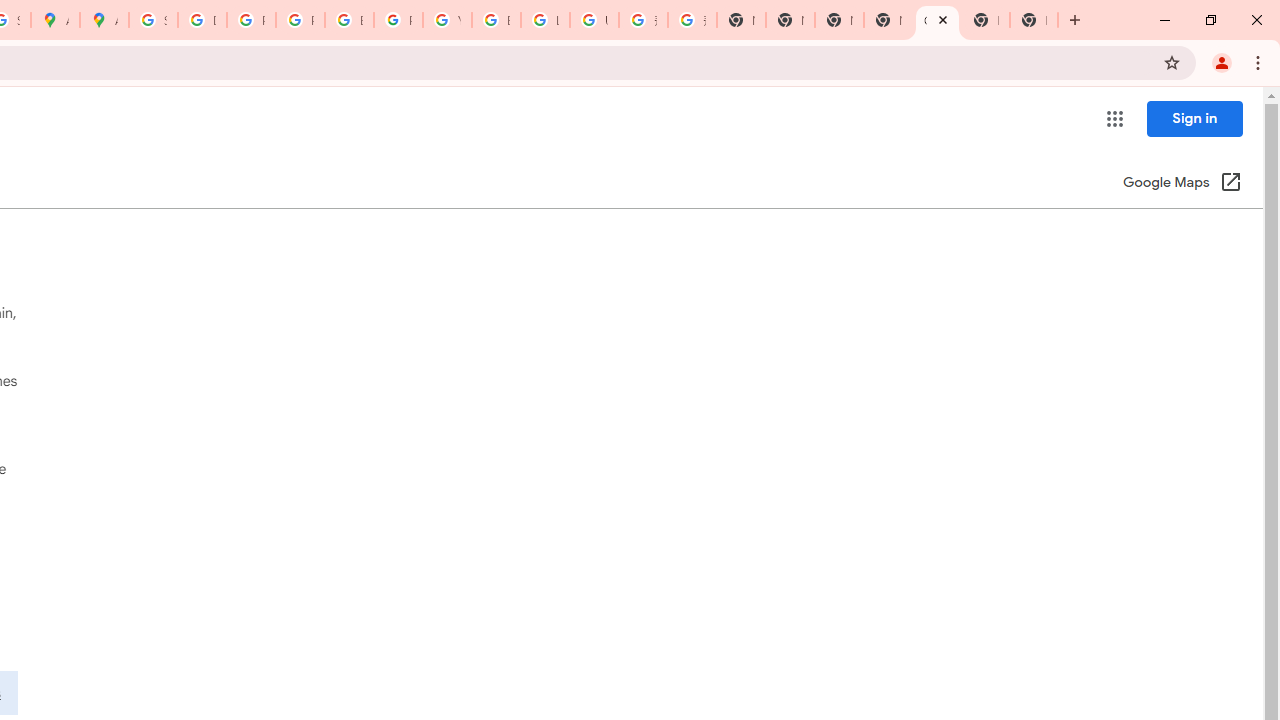 This screenshot has width=1280, height=720. Describe the element at coordinates (250, 20) in the screenshot. I see `'Privacy Help Center - Policies Help'` at that location.